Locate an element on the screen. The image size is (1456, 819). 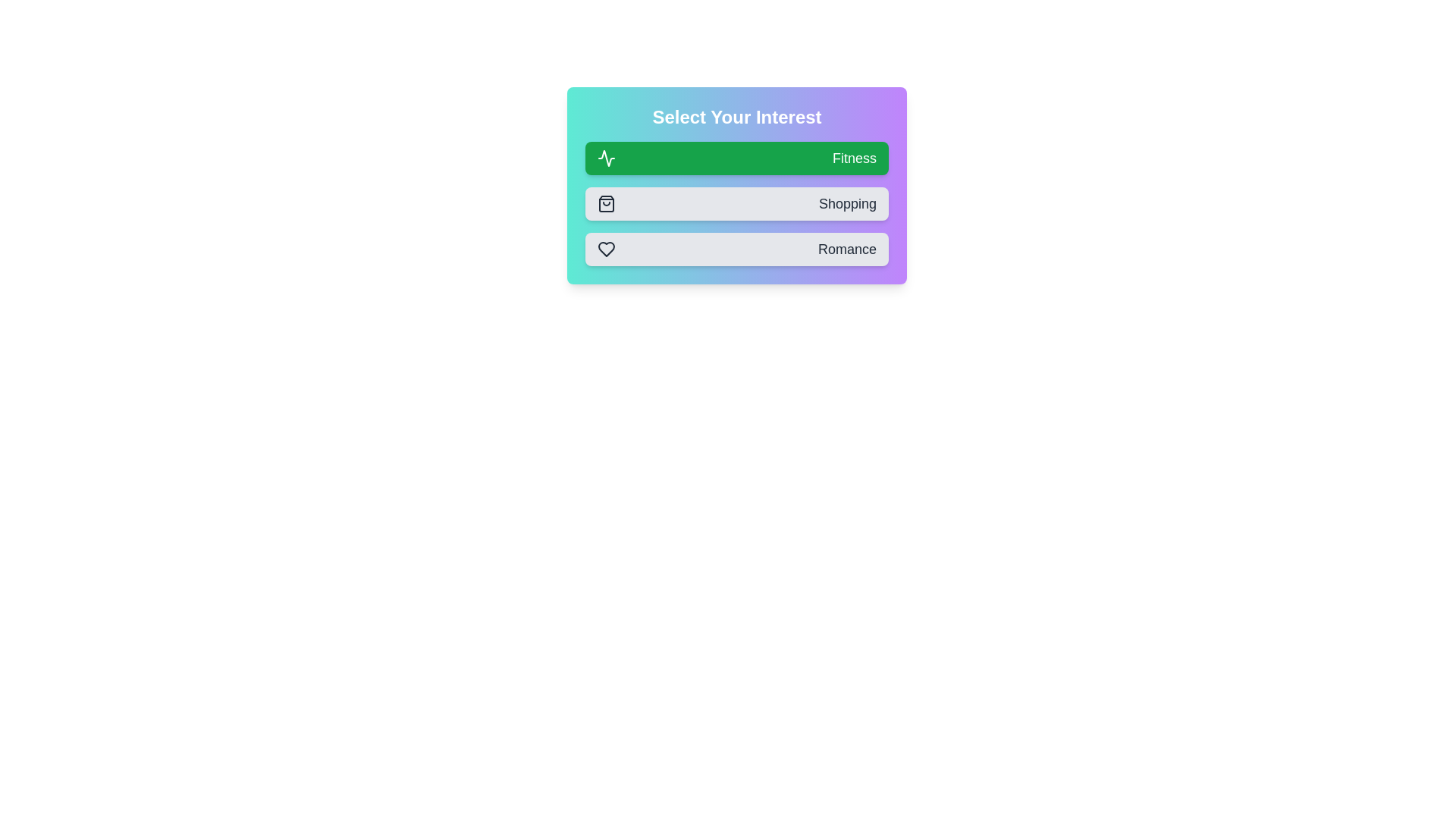
the Fitness button to observe its hover effect is located at coordinates (736, 158).